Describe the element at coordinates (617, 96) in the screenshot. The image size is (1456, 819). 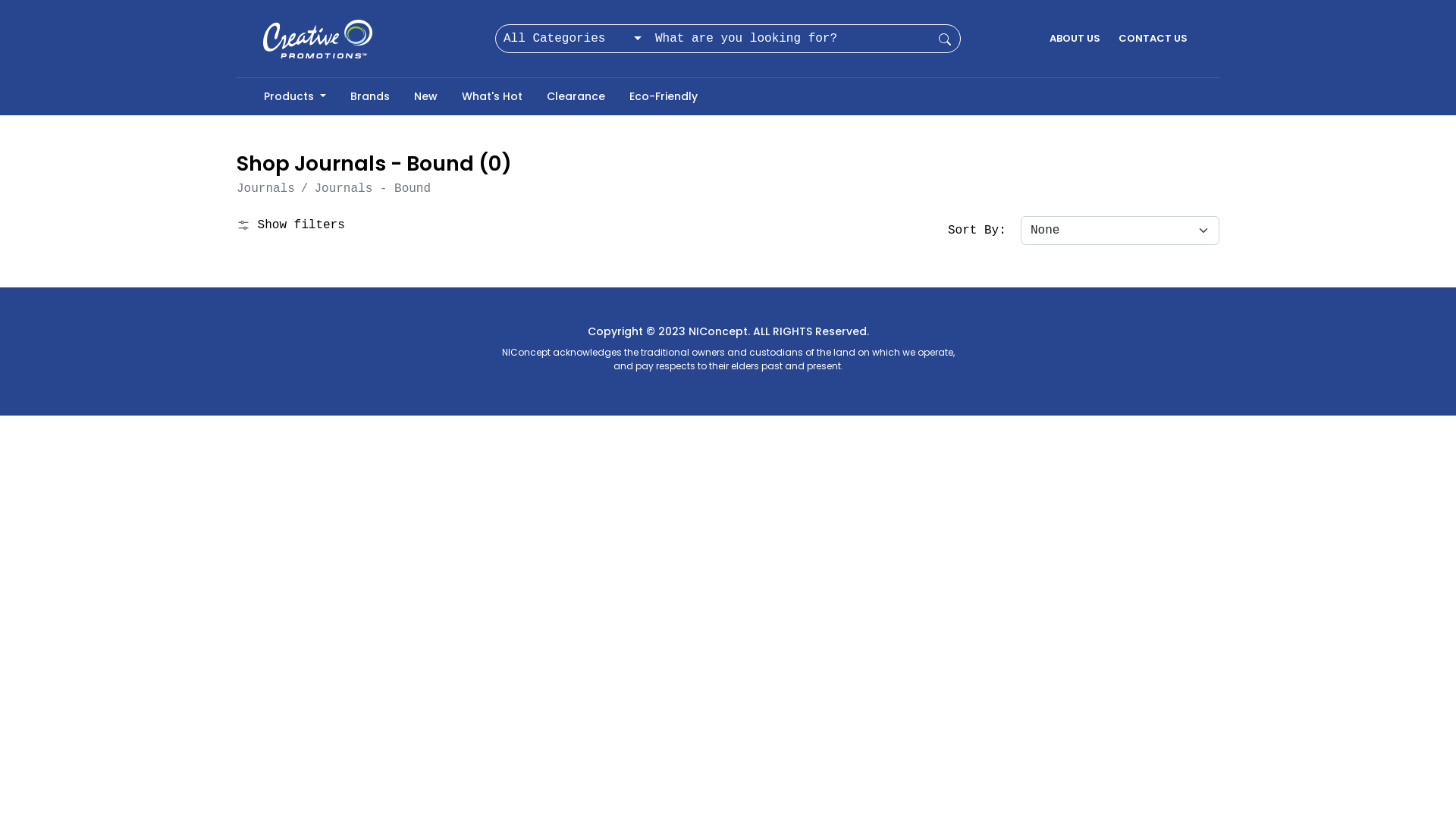
I see `'Eco-Friendly'` at that location.